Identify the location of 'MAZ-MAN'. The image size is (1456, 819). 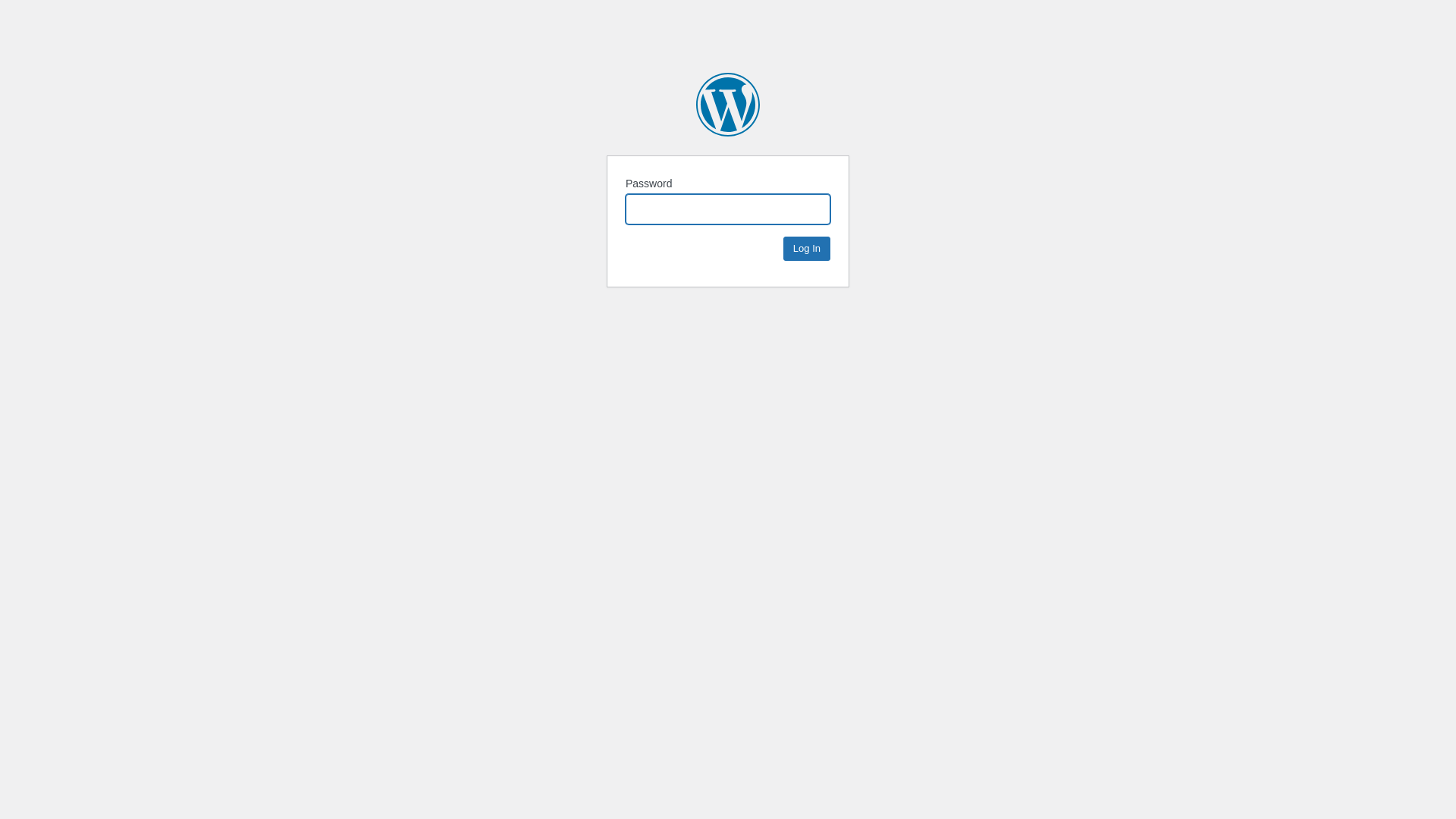
(728, 104).